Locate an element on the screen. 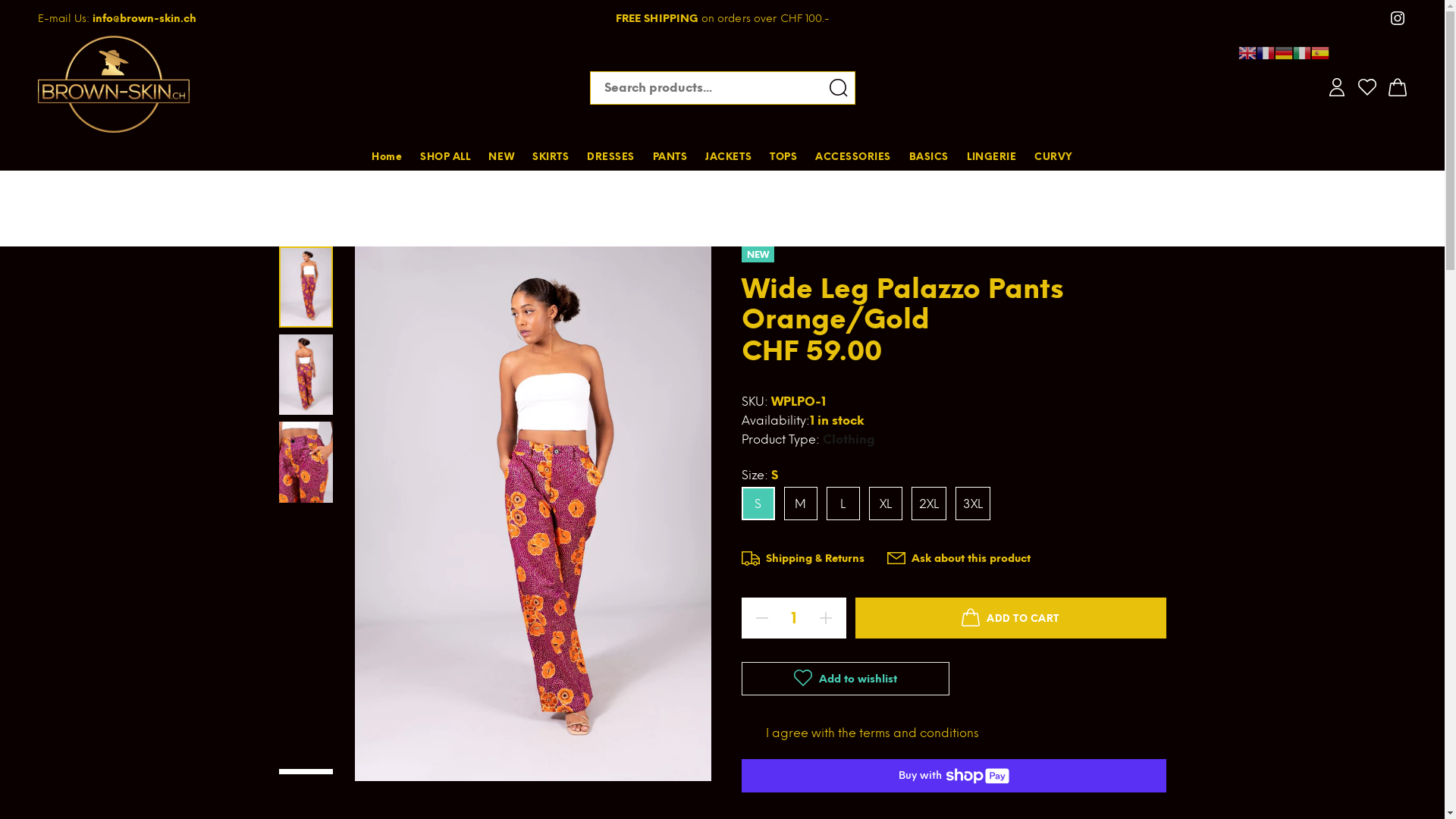 This screenshot has height=819, width=1456. 'CURVY' is located at coordinates (1048, 155).